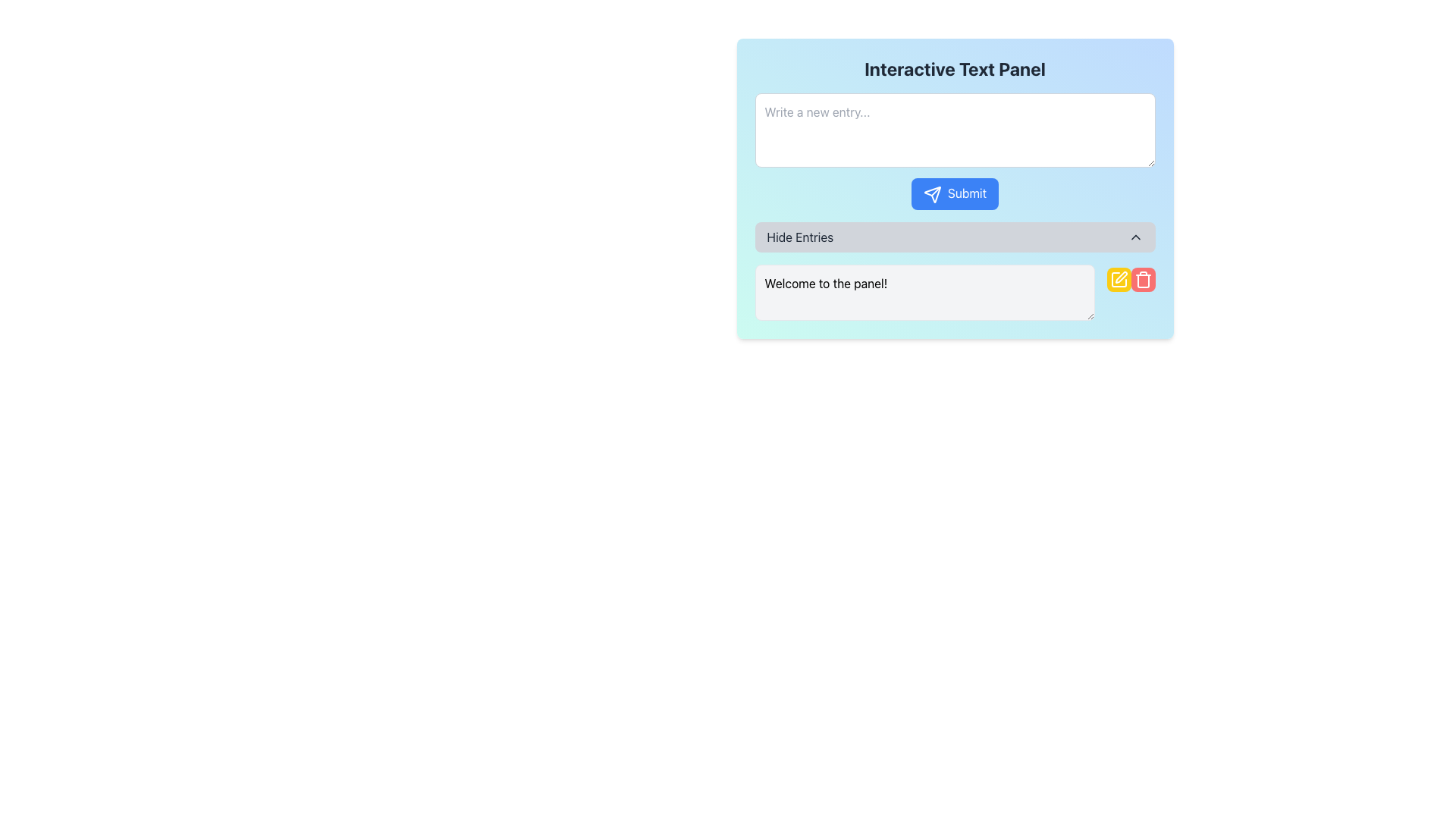 Image resolution: width=1456 pixels, height=819 pixels. What do you see at coordinates (954, 69) in the screenshot?
I see `the Text Label that serves as the descriptive heading for the panel below it` at bounding box center [954, 69].